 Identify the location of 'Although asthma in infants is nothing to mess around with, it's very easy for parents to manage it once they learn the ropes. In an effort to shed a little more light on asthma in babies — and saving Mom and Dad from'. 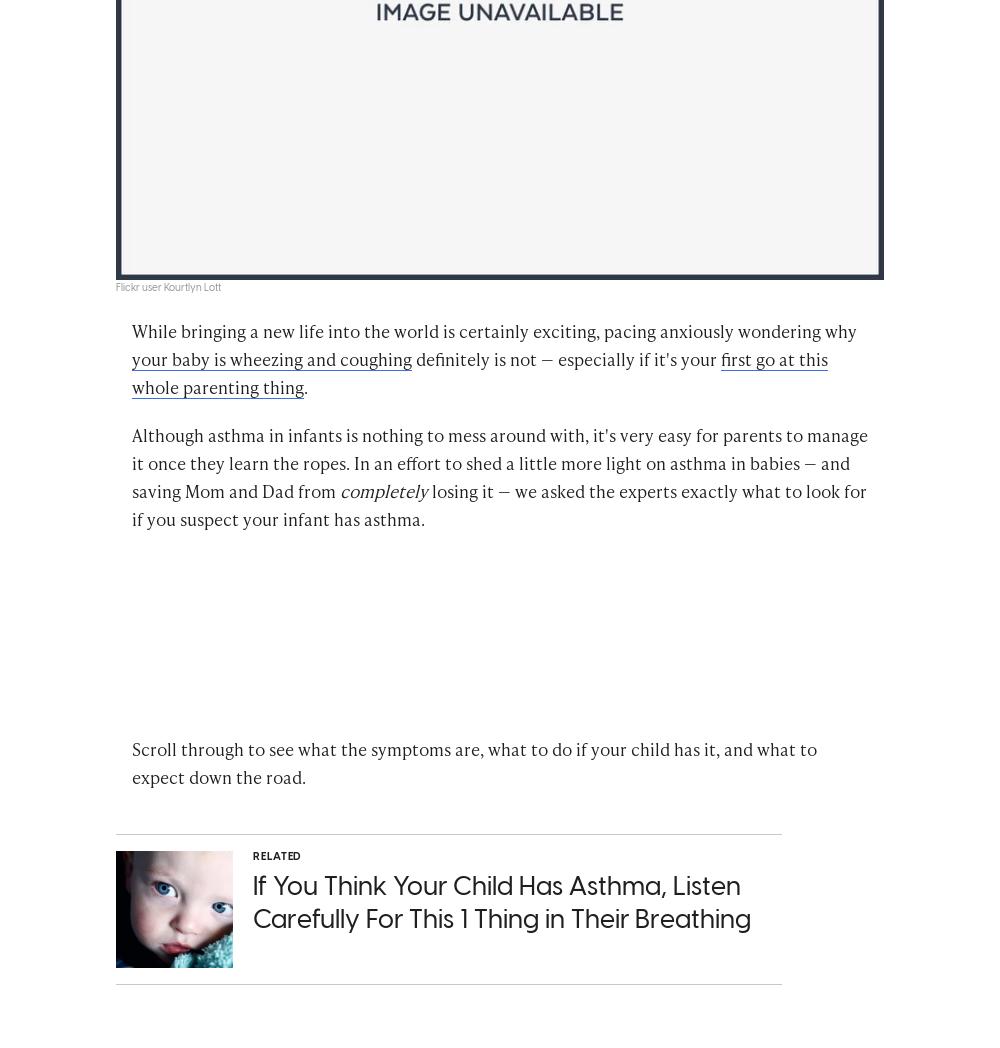
(500, 464).